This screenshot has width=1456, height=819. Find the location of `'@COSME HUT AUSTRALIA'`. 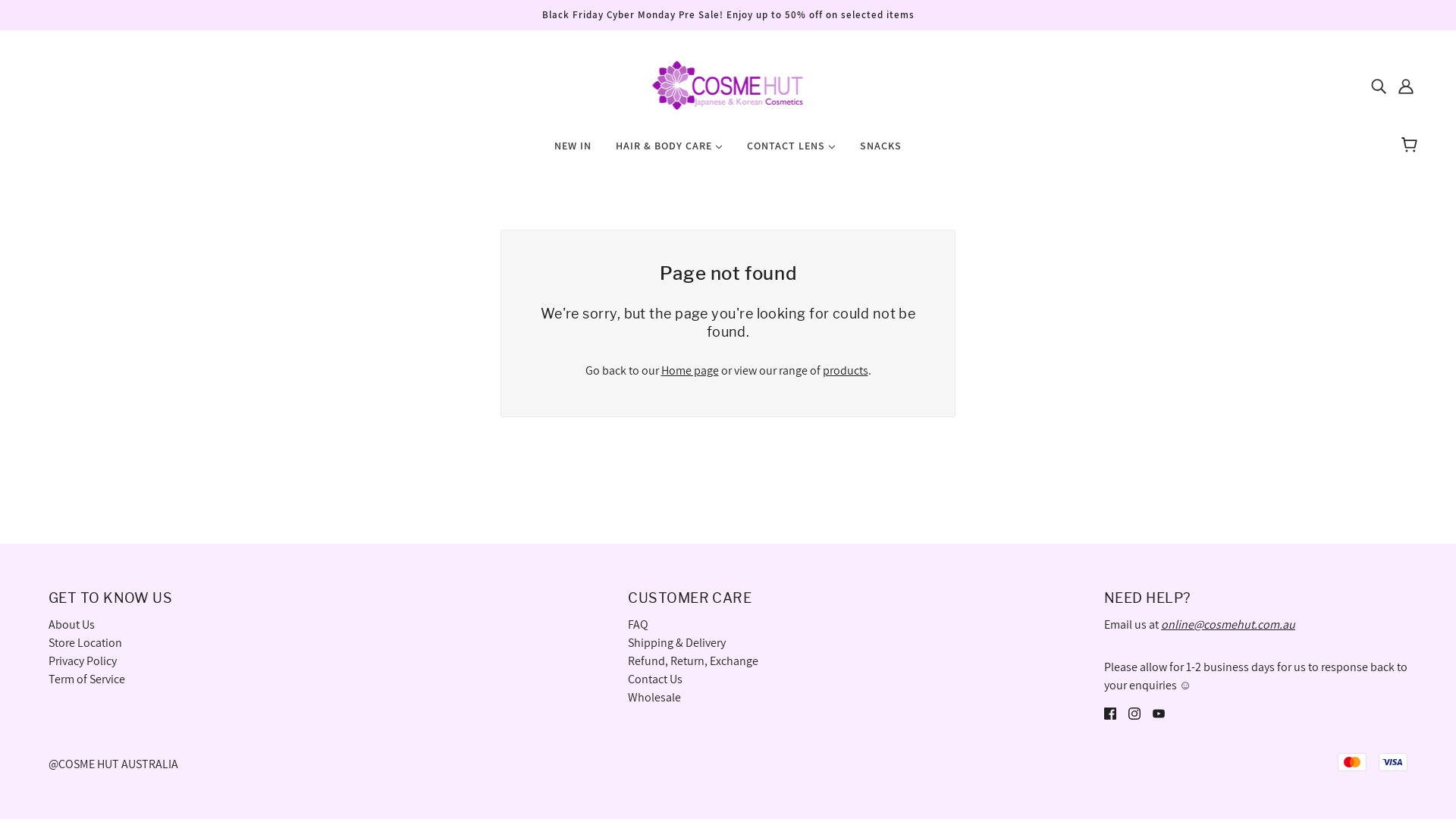

'@COSME HUT AUSTRALIA' is located at coordinates (112, 764).